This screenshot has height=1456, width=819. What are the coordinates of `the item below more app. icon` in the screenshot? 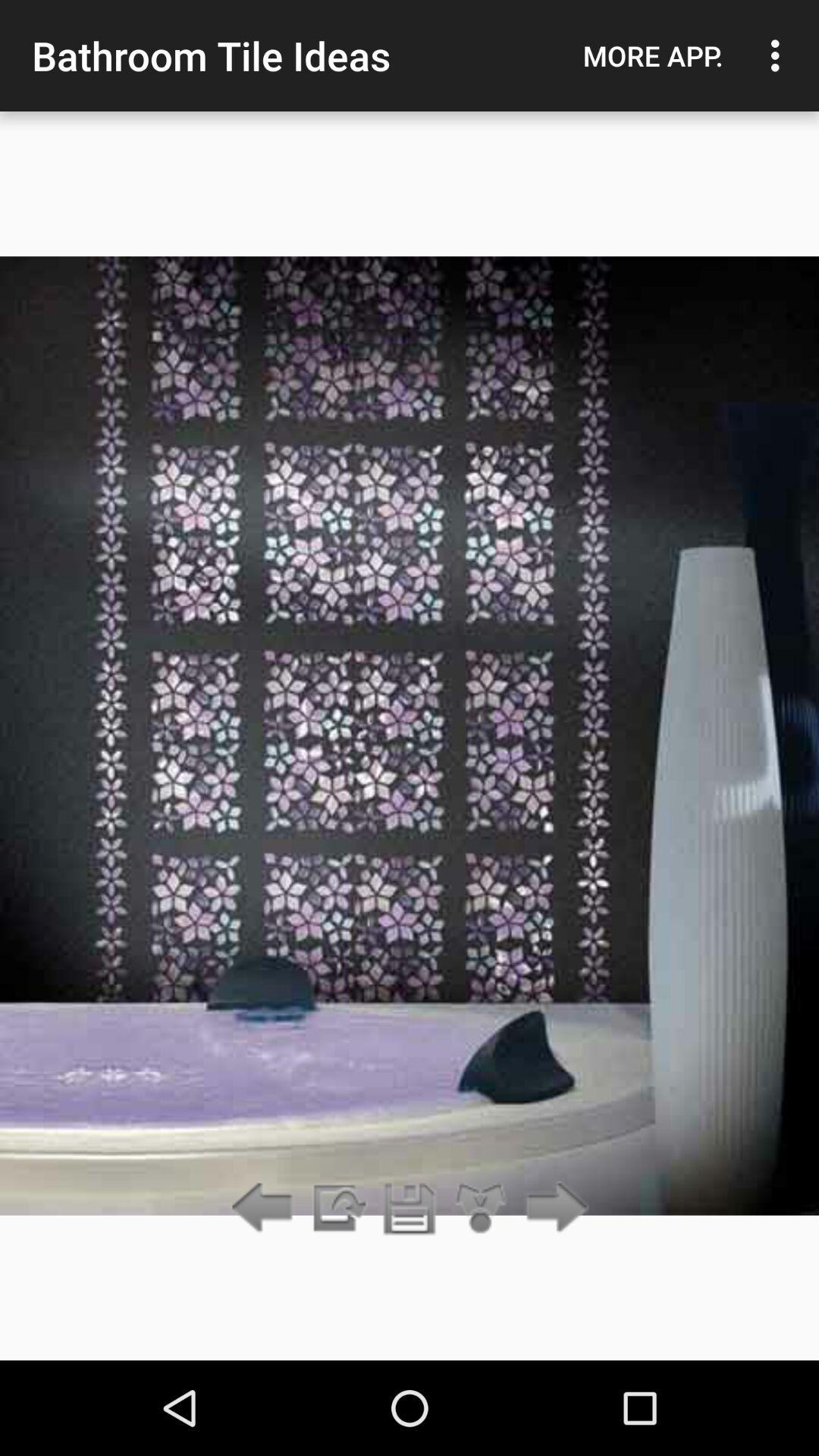 It's located at (553, 1208).